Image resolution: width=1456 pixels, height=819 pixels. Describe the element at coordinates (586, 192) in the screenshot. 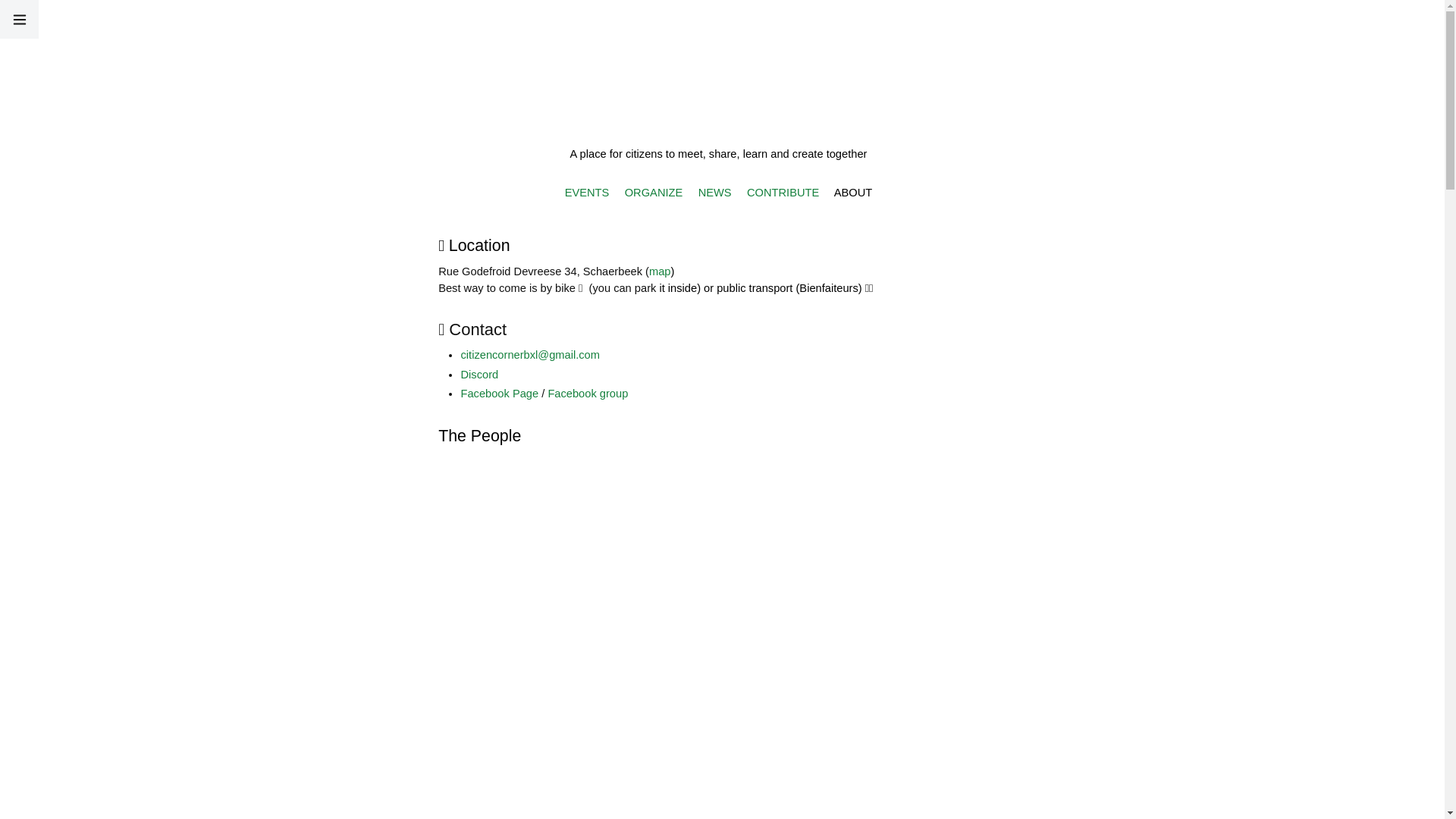

I see `'EVENTS'` at that location.